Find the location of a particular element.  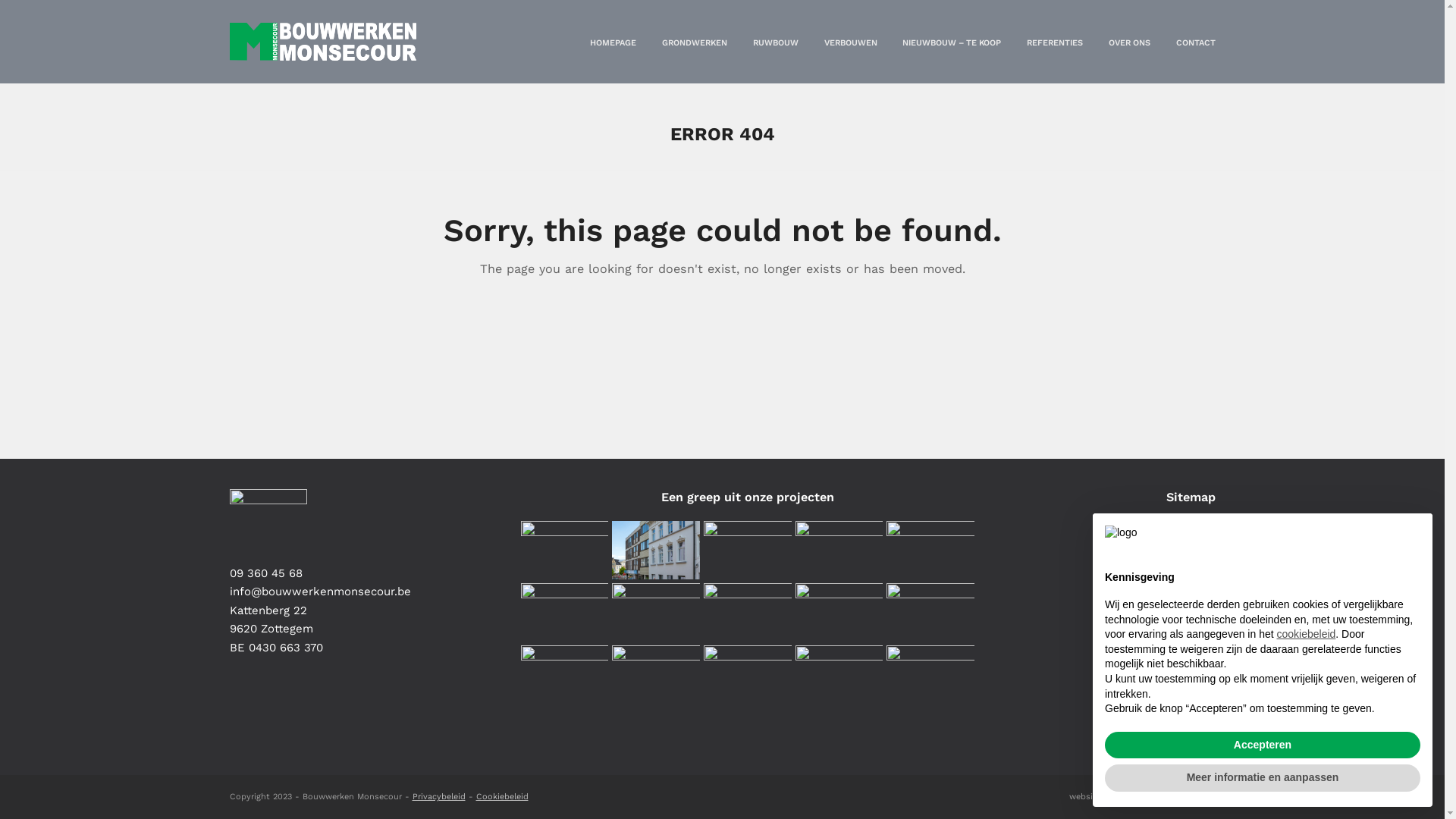

'CONTACT' is located at coordinates (1194, 40).